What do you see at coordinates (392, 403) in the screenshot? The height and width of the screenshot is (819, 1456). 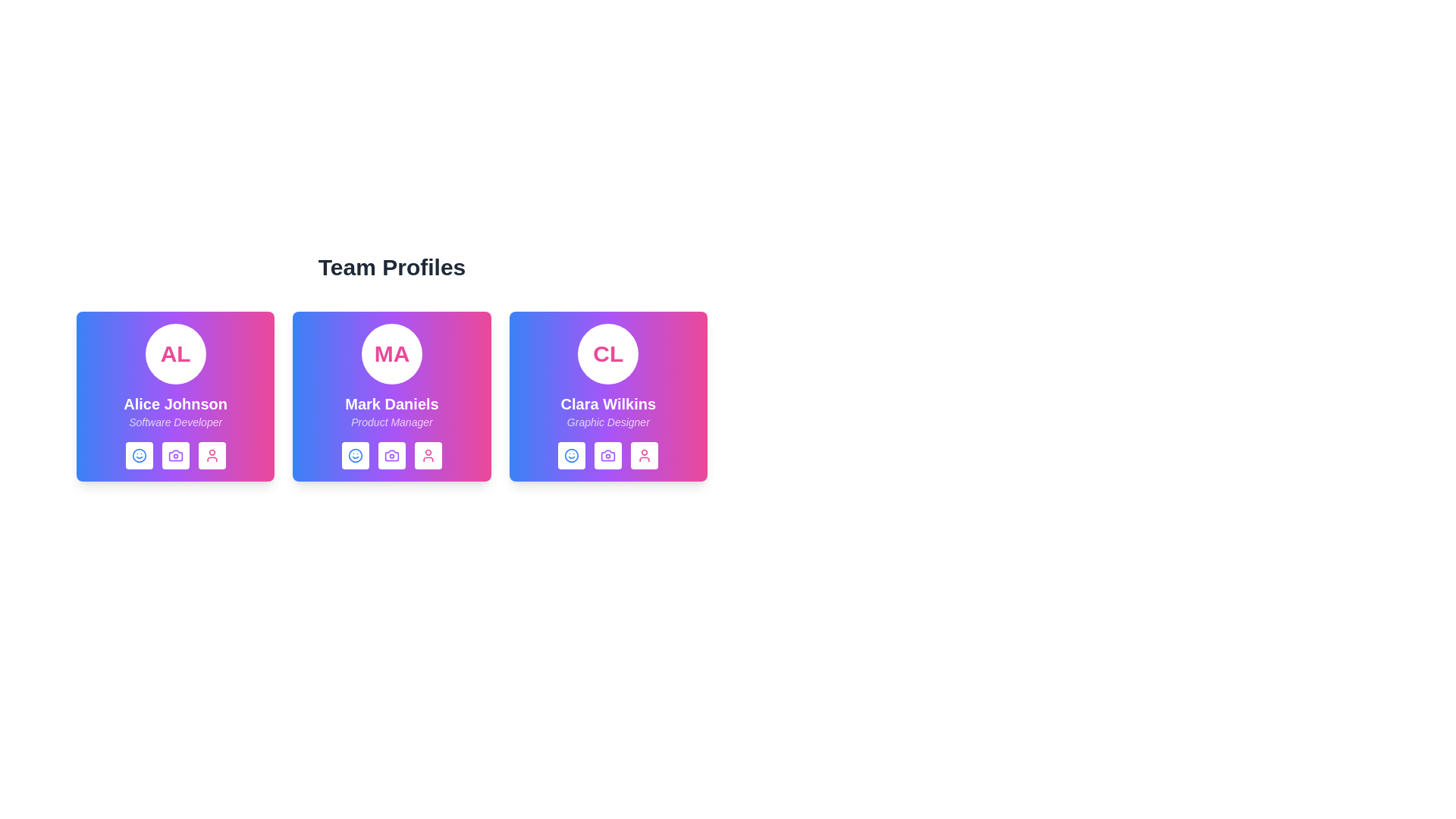 I see `the text label displaying 'Mark Daniels', which is located in the middle card of the team profiles, centered beneath the avatar 'MA' and above the subtitle 'Product Manager'` at bounding box center [392, 403].